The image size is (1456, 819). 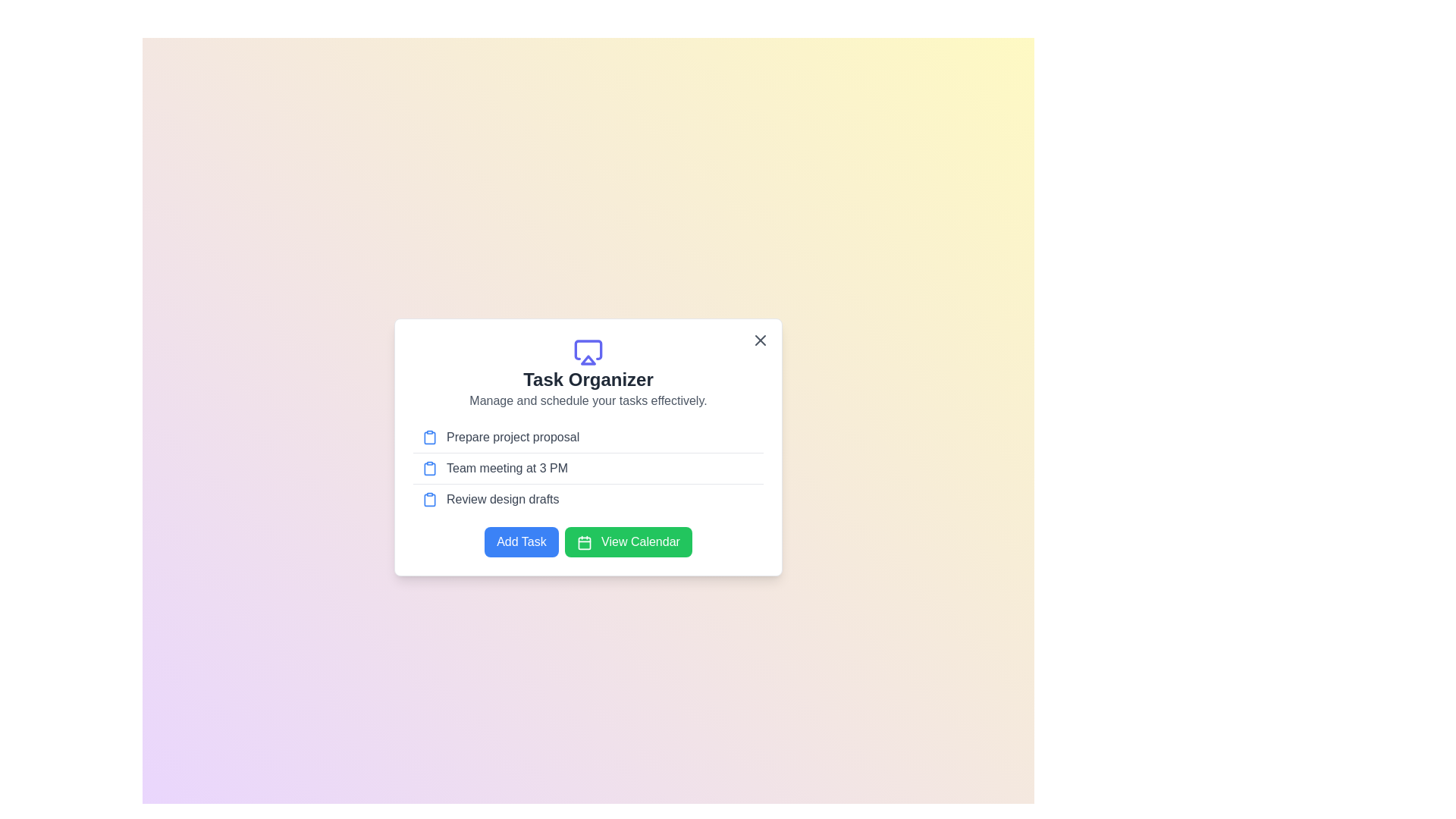 What do you see at coordinates (588, 400) in the screenshot?
I see `text label displaying 'Manage and schedule your tasks effectively.' located below the title 'Task Organizer' in the modal box` at bounding box center [588, 400].